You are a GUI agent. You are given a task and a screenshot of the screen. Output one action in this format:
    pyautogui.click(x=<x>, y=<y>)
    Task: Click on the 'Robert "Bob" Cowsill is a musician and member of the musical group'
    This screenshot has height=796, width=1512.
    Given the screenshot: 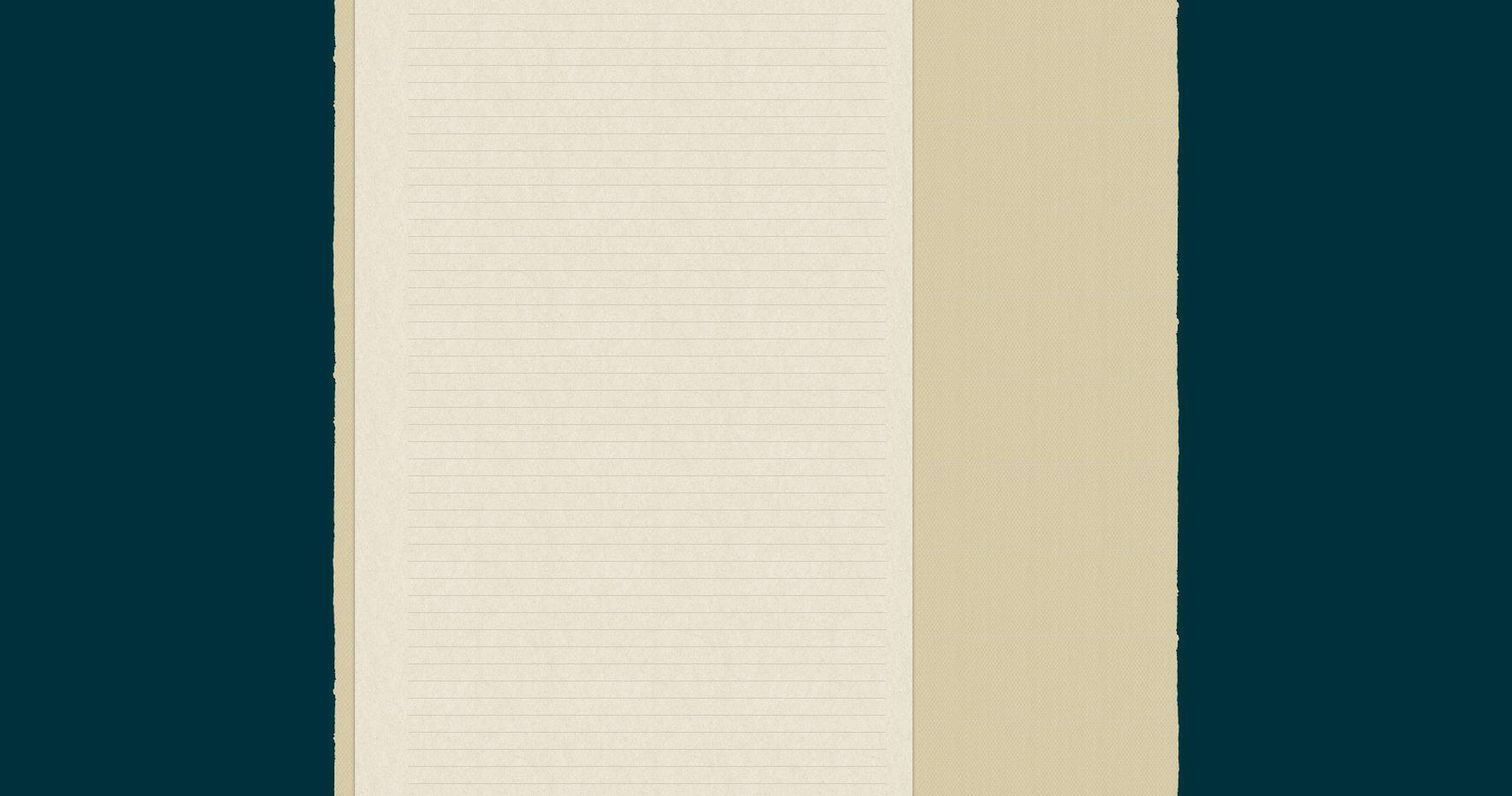 What is the action you would take?
    pyautogui.click(x=405, y=608)
    